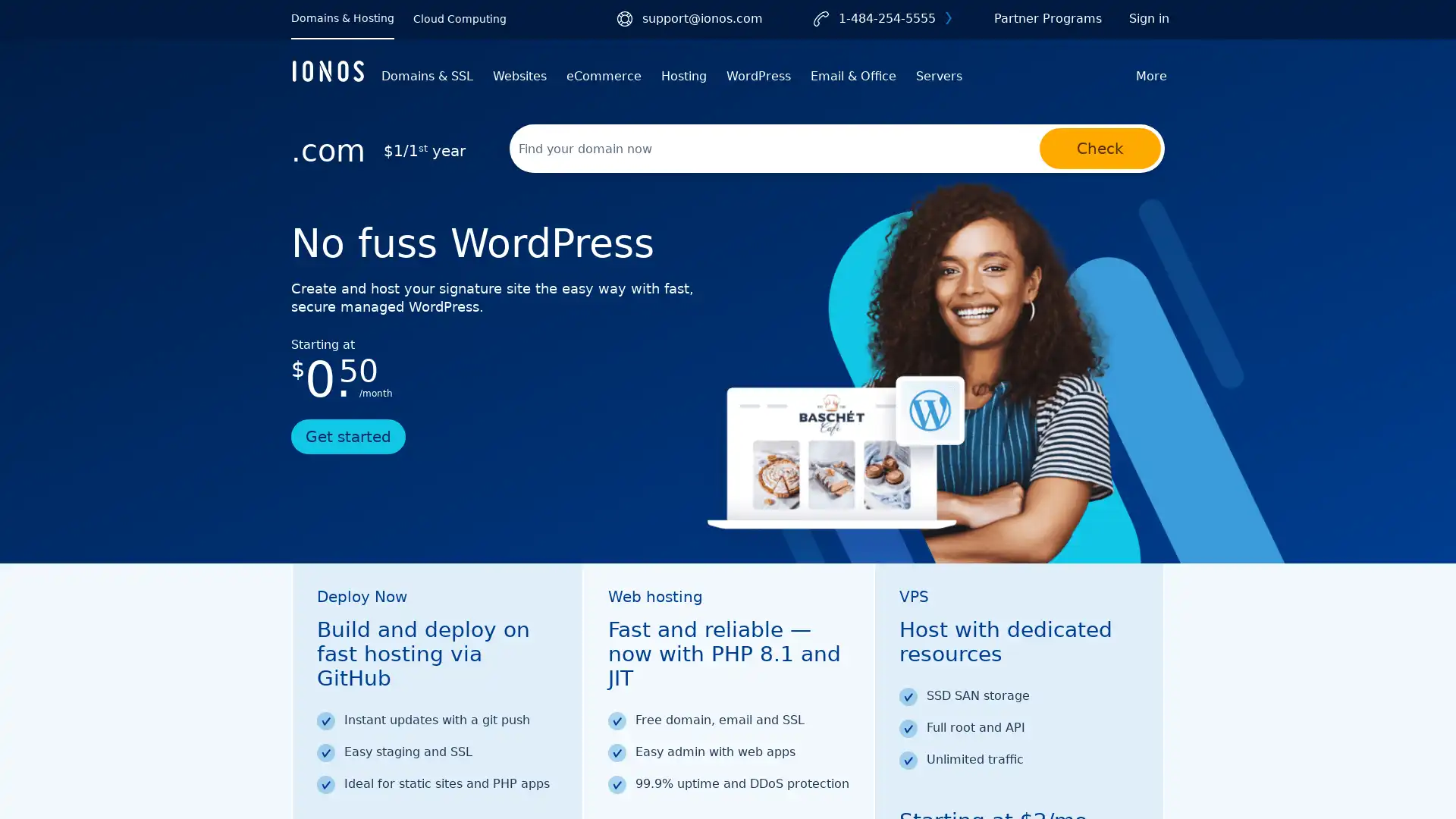 The image size is (1456, 819). I want to click on Check, so click(1100, 149).